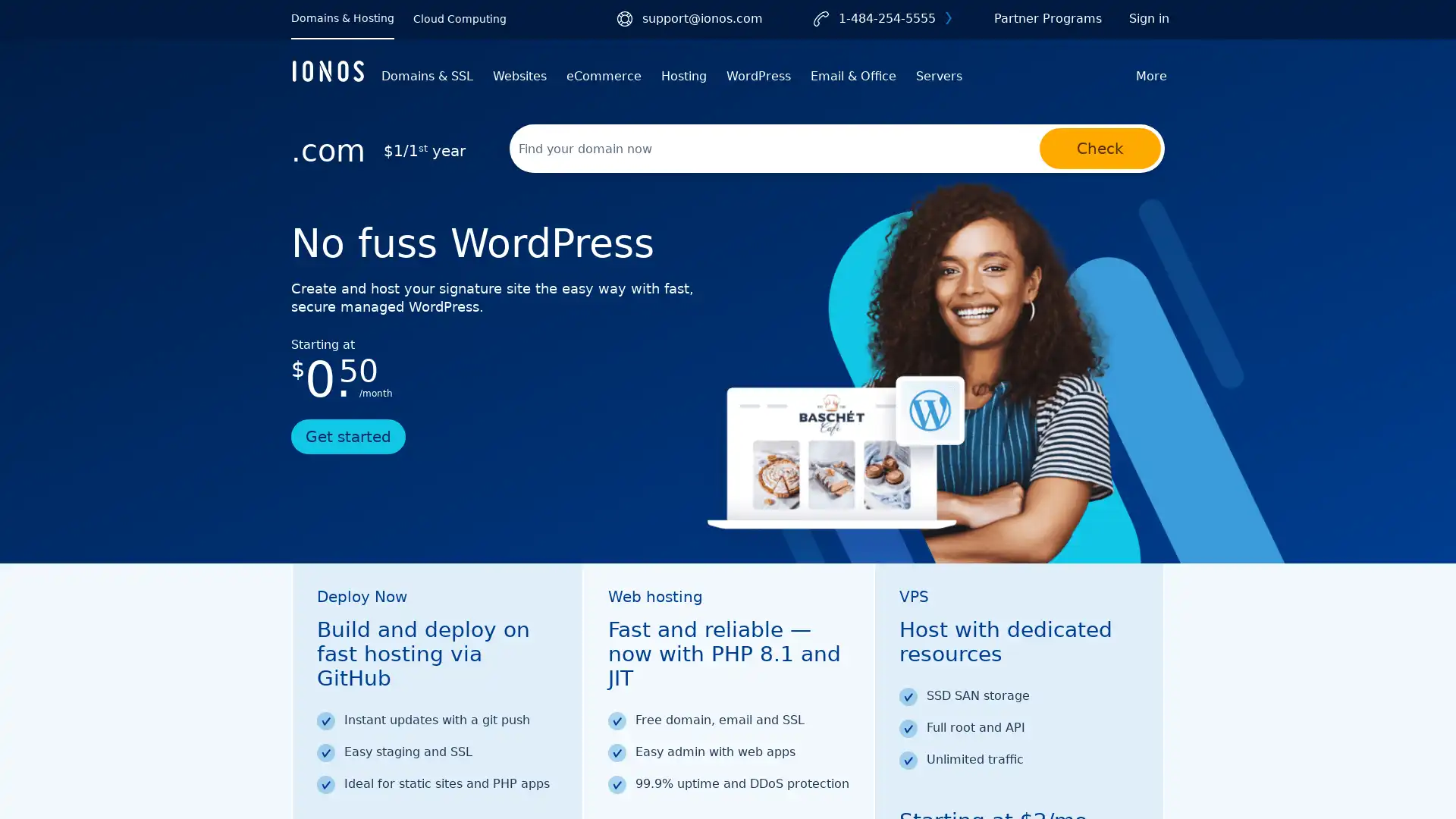 The image size is (1456, 819). I want to click on Check, so click(1100, 149).